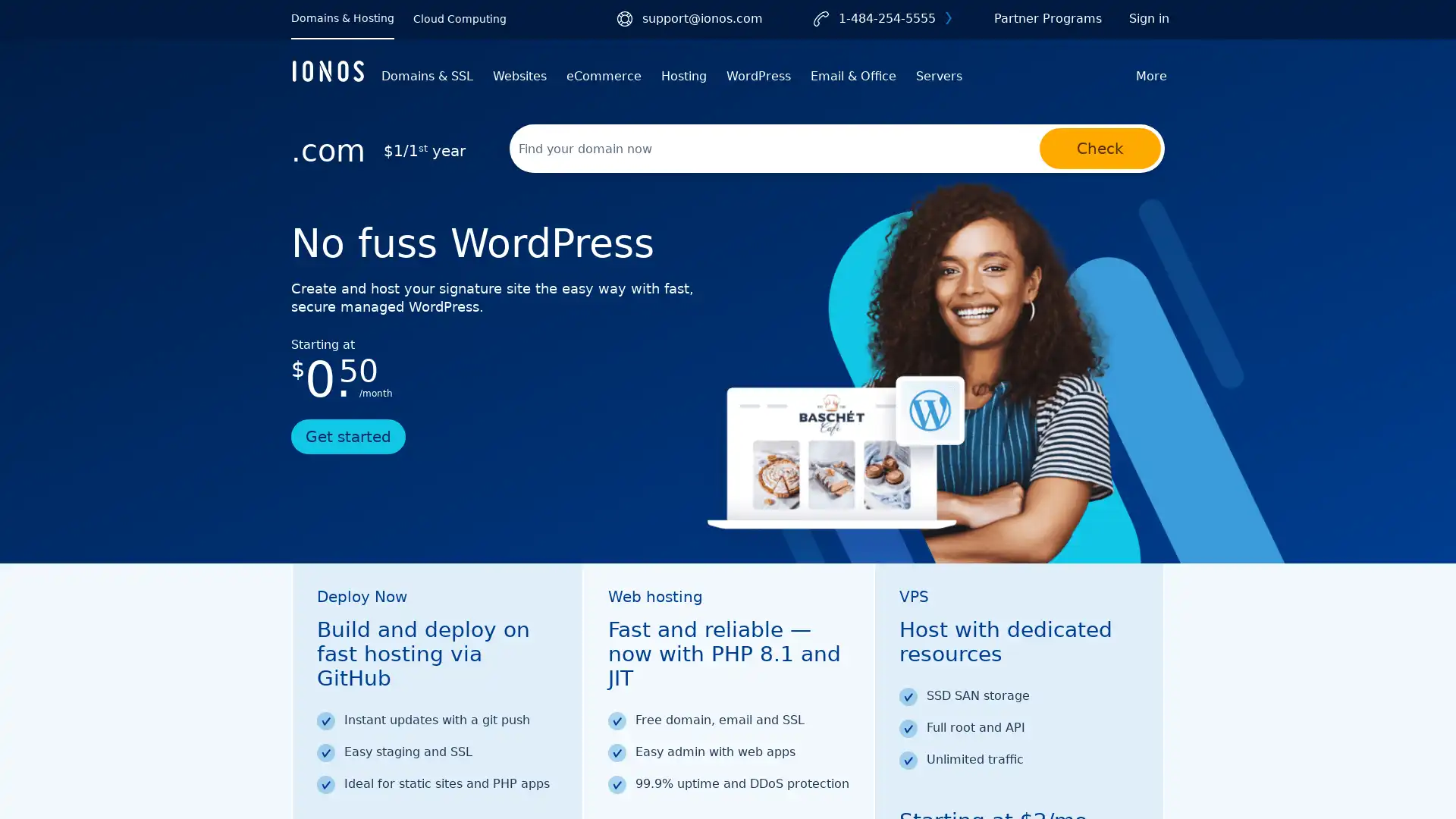 The image size is (1456, 819). I want to click on Check, so click(1100, 149).